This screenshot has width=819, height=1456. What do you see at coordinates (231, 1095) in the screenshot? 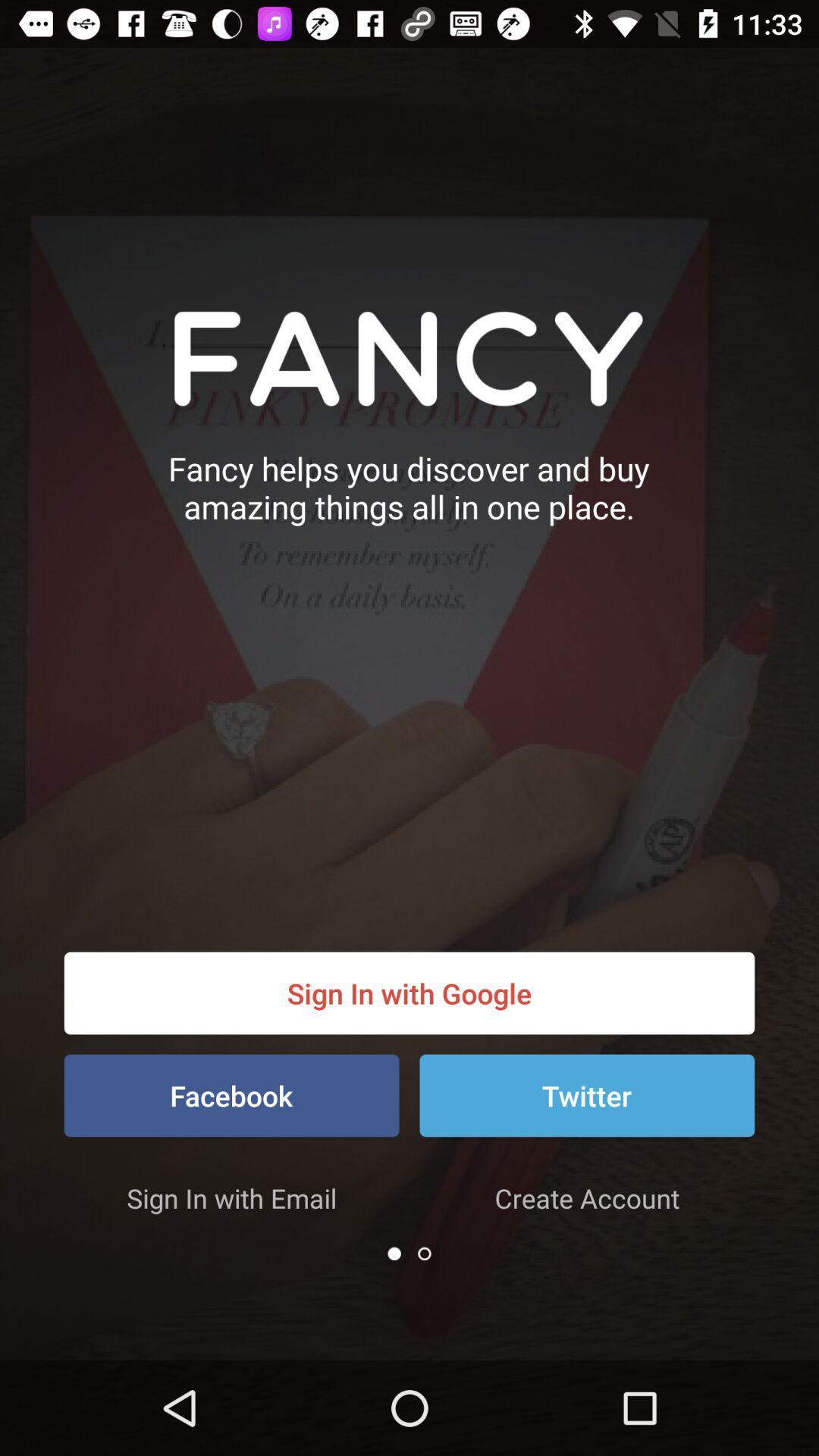
I see `the facebook` at bounding box center [231, 1095].